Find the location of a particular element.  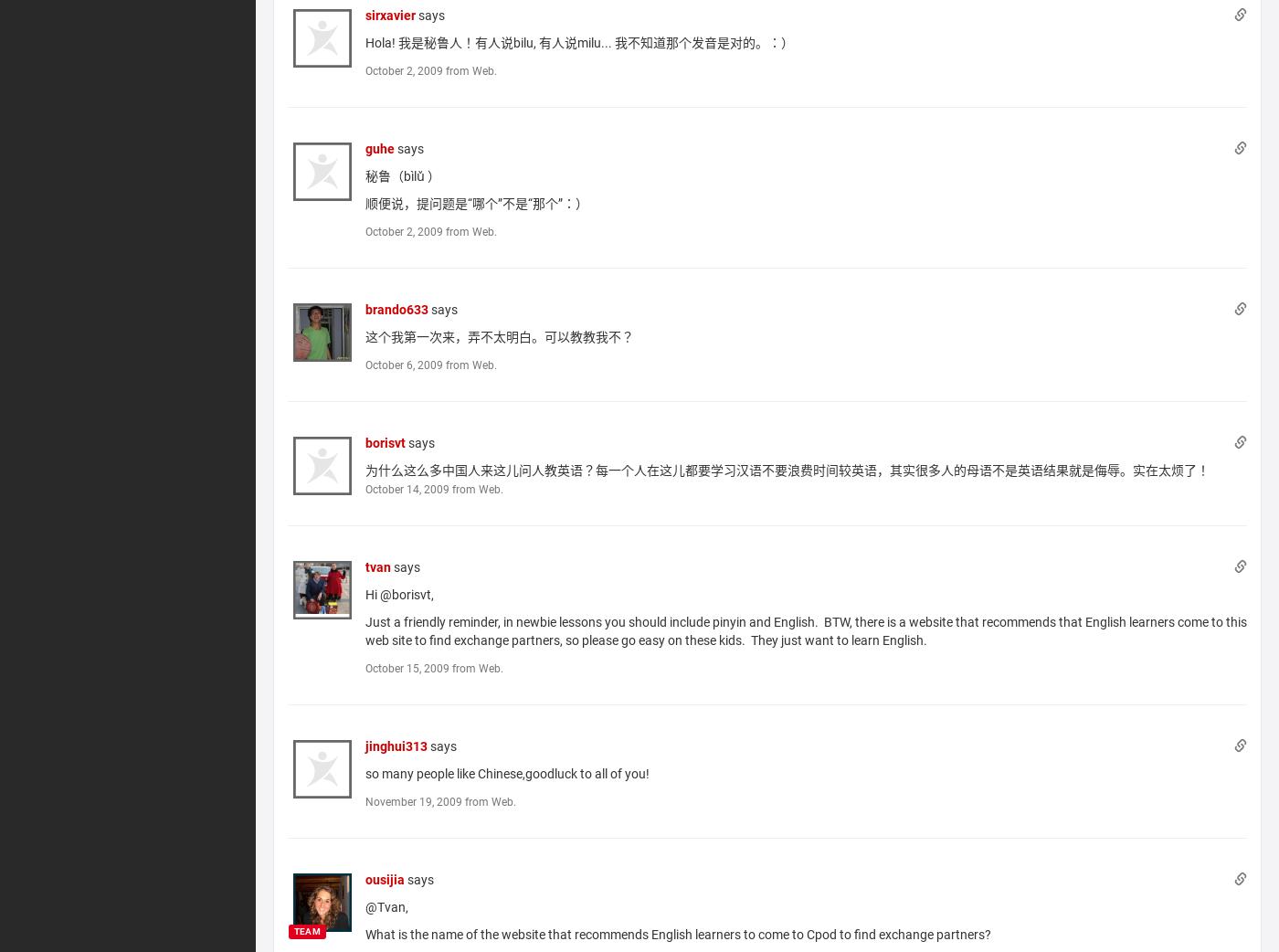

'borisvt' is located at coordinates (385, 442).